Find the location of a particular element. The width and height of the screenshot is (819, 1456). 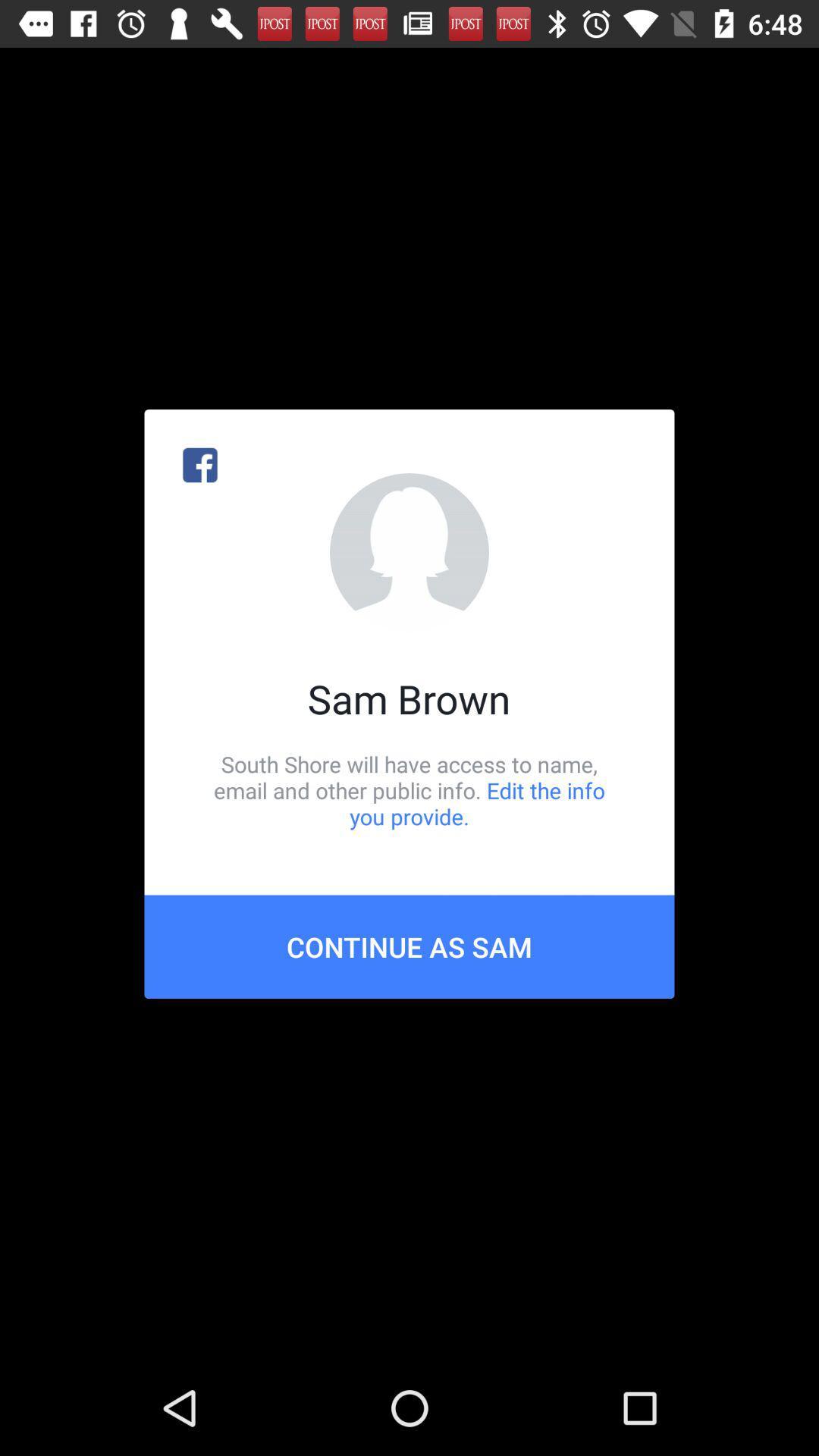

item below sam brown item is located at coordinates (409, 789).